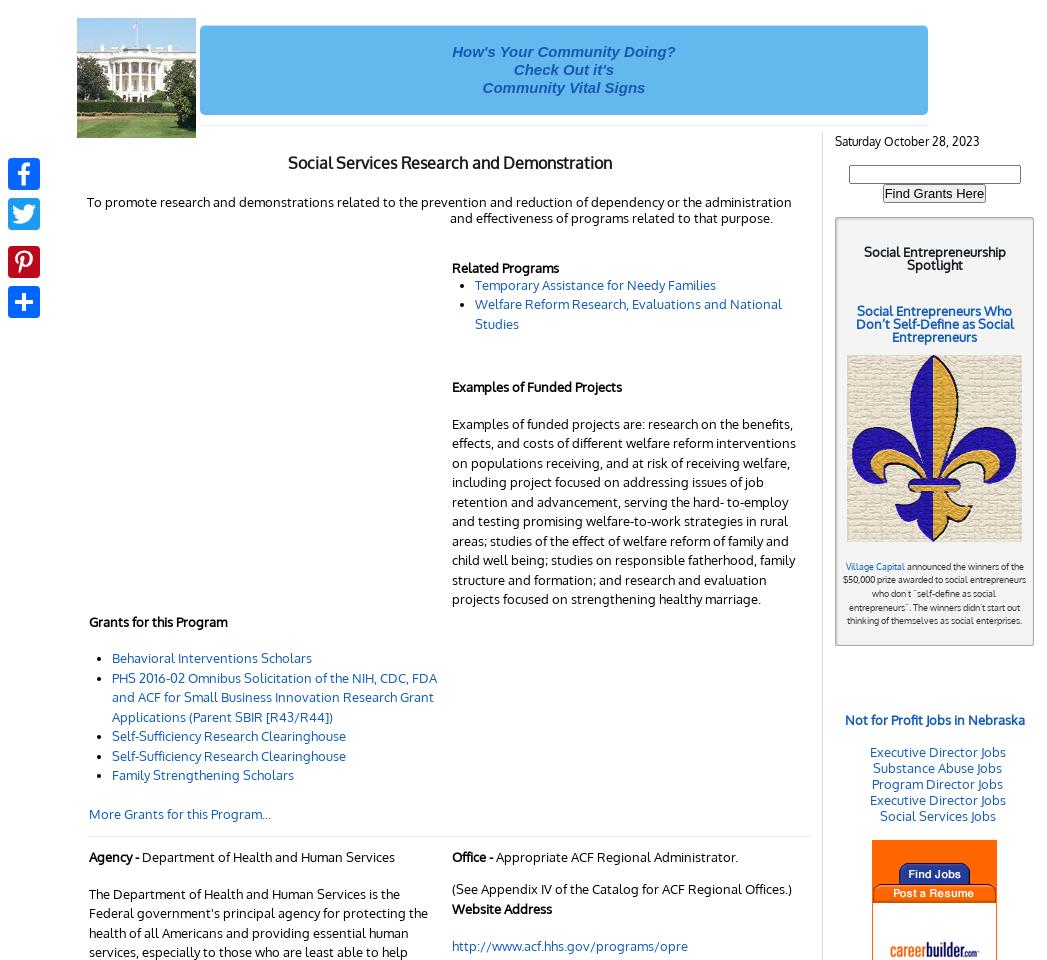  What do you see at coordinates (451, 855) in the screenshot?
I see `'Office -'` at bounding box center [451, 855].